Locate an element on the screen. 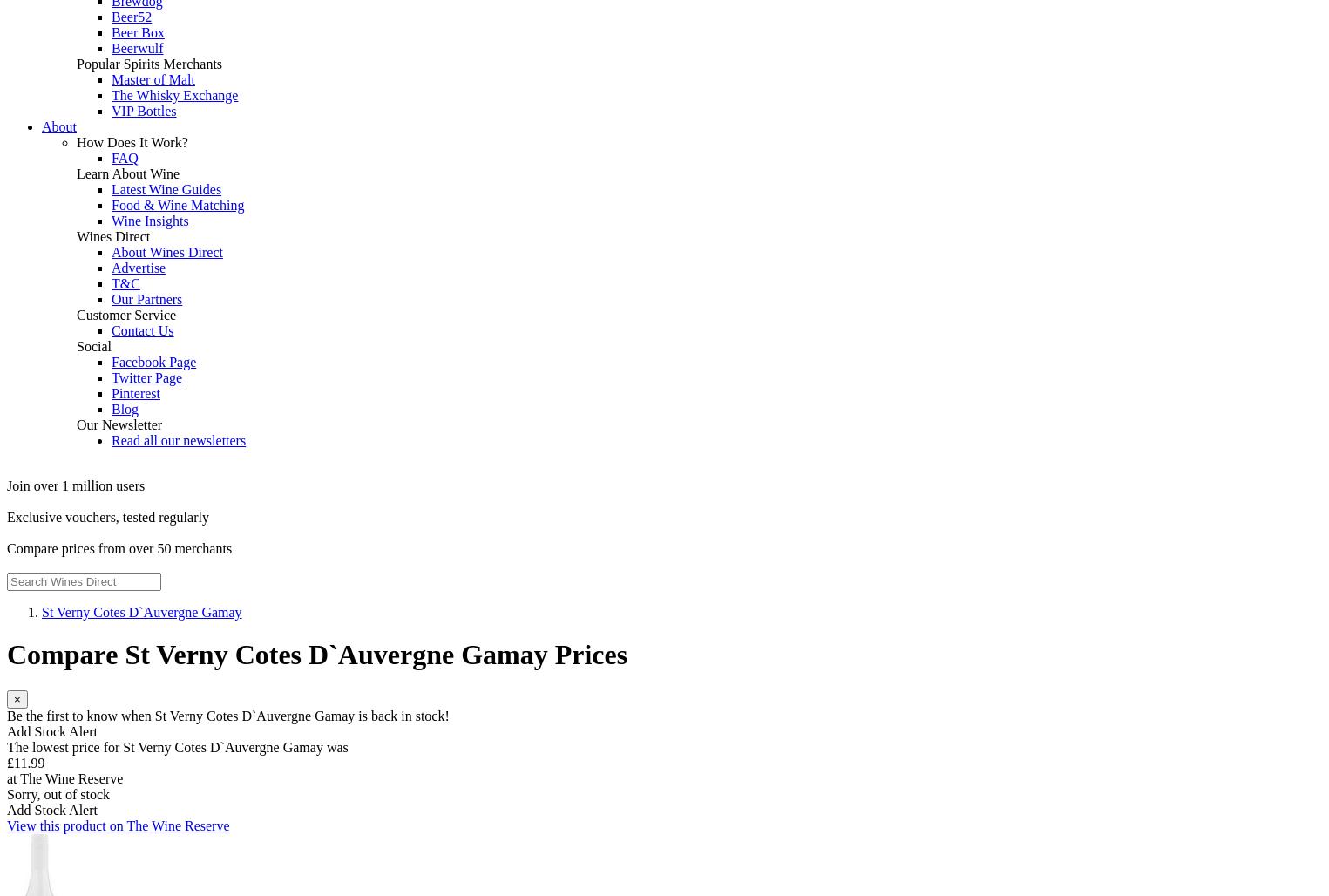 The image size is (1329, 896). 'How Does It Work?' is located at coordinates (131, 142).